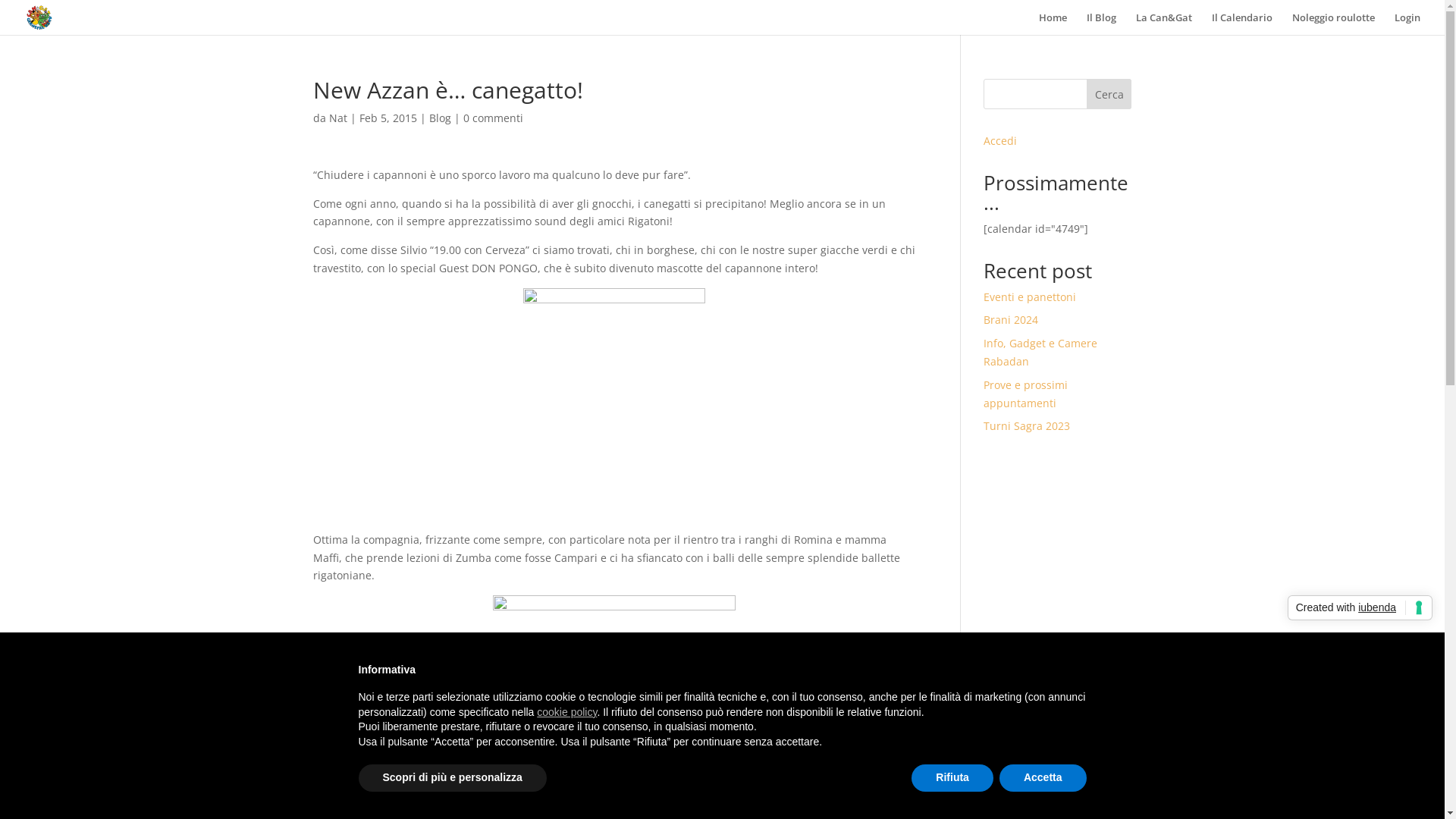 This screenshot has height=819, width=1456. I want to click on 'Accedi', so click(1000, 140).